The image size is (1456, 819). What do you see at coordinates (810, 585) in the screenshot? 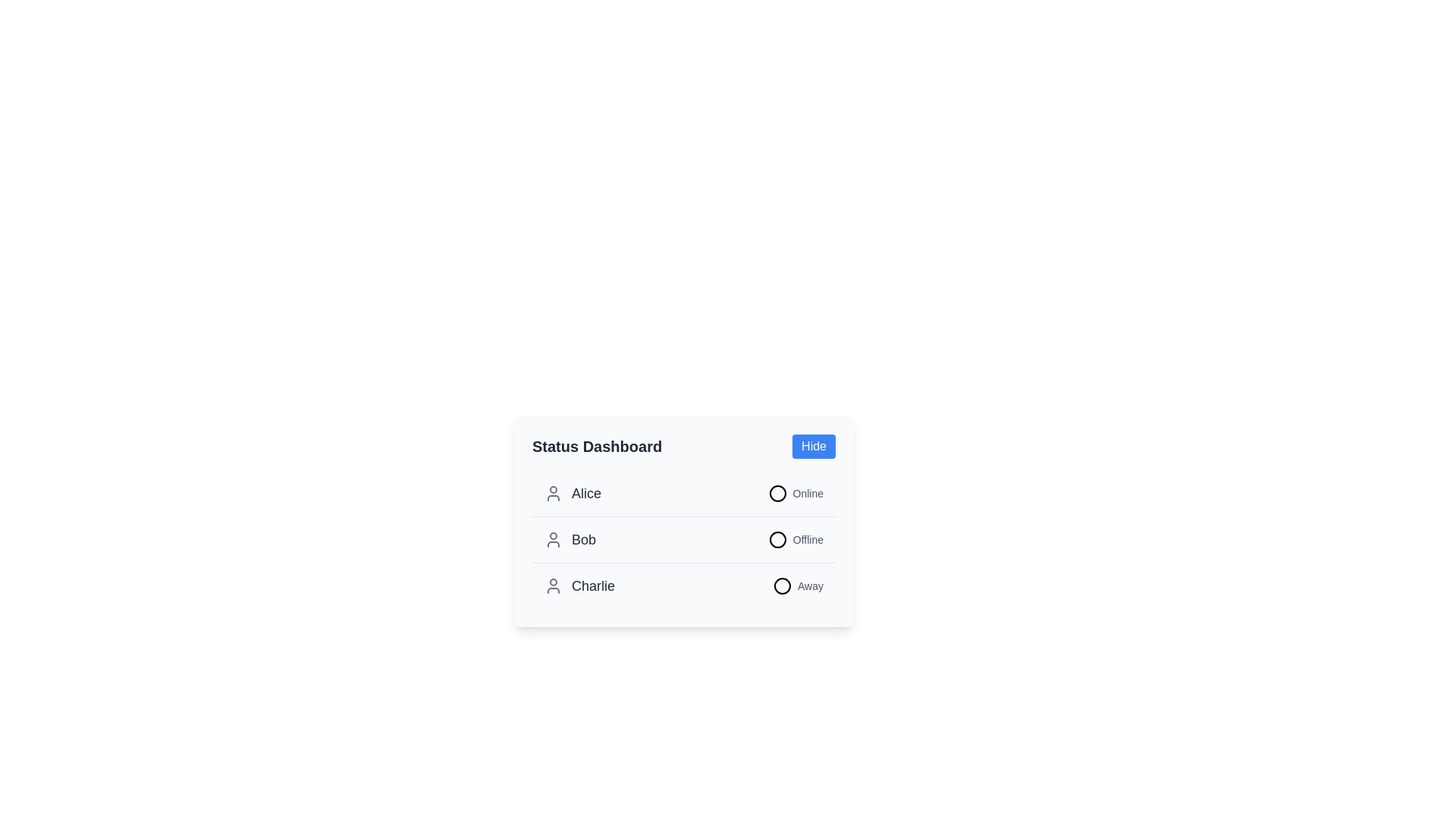
I see `the text label stating 'Away' that is styled with a small font size and gray color, located to the far right of the circular status indicator for user Charlie in the Status Dashboard` at bounding box center [810, 585].